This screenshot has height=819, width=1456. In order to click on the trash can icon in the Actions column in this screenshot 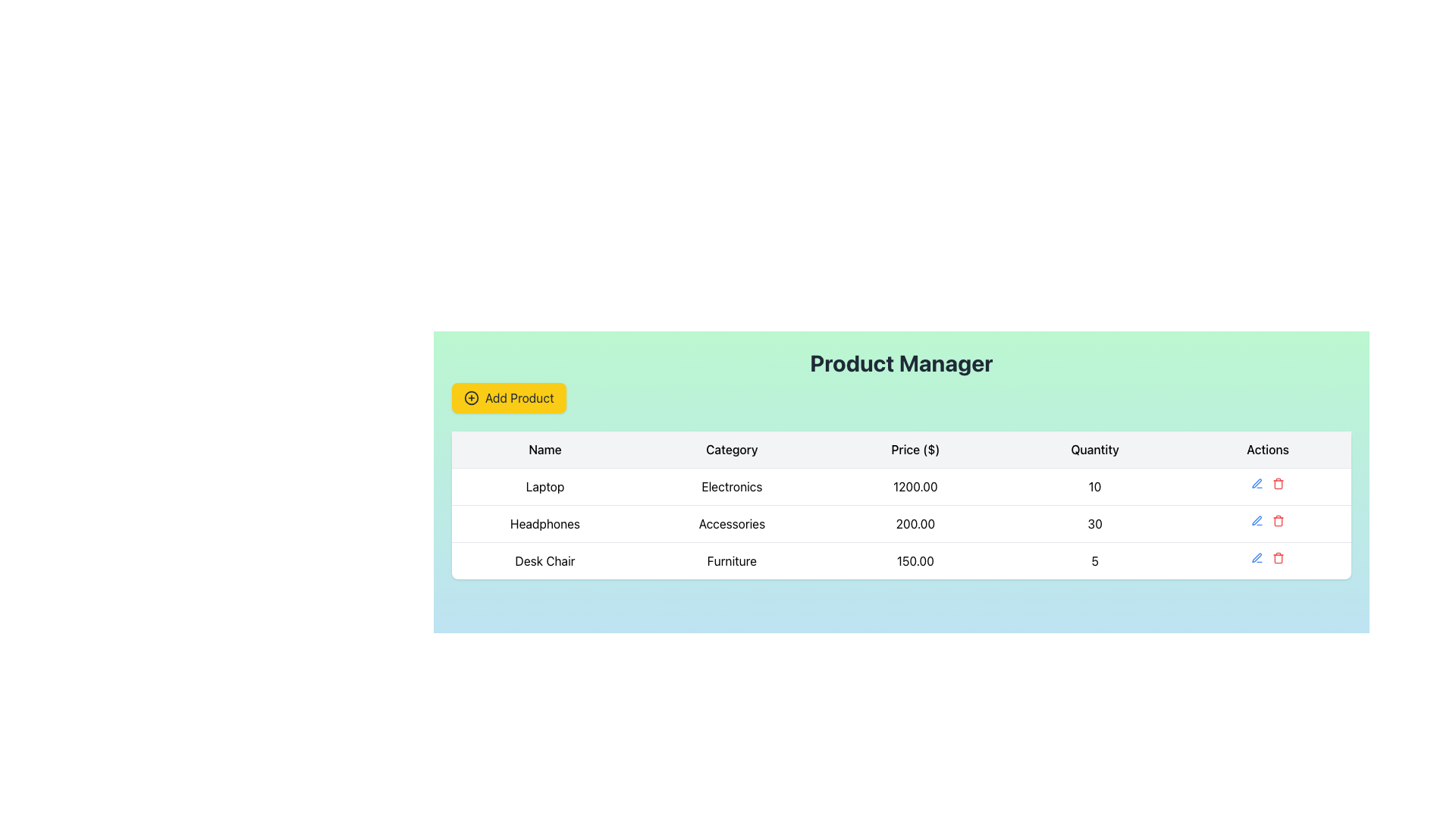, I will do `click(1277, 483)`.